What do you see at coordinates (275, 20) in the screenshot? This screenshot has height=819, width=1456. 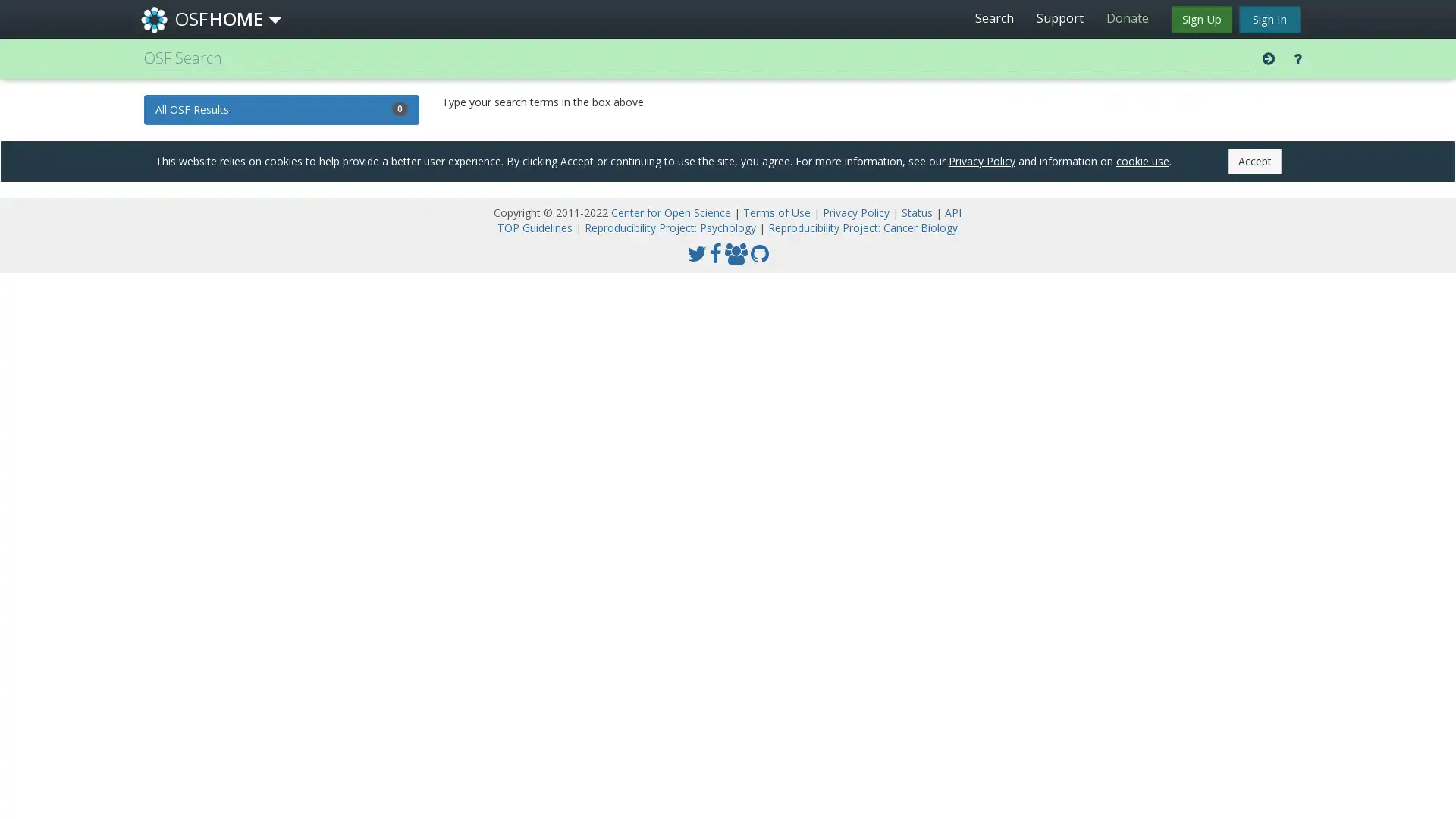 I see `Toggle primary navigation` at bounding box center [275, 20].